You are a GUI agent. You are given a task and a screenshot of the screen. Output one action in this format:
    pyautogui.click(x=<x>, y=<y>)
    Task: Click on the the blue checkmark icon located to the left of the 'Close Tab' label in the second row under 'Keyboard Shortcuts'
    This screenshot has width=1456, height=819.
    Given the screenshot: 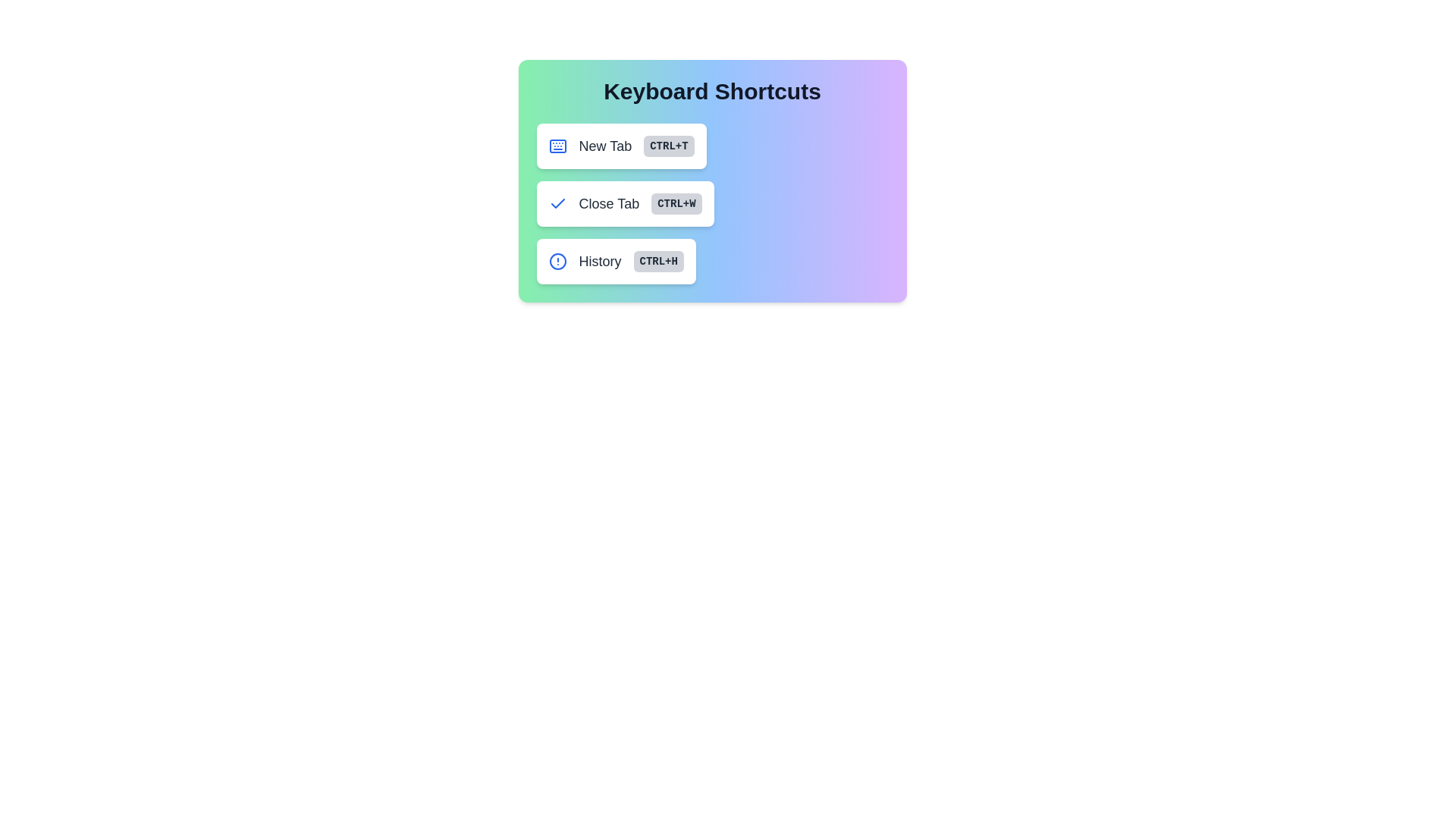 What is the action you would take?
    pyautogui.click(x=557, y=202)
    